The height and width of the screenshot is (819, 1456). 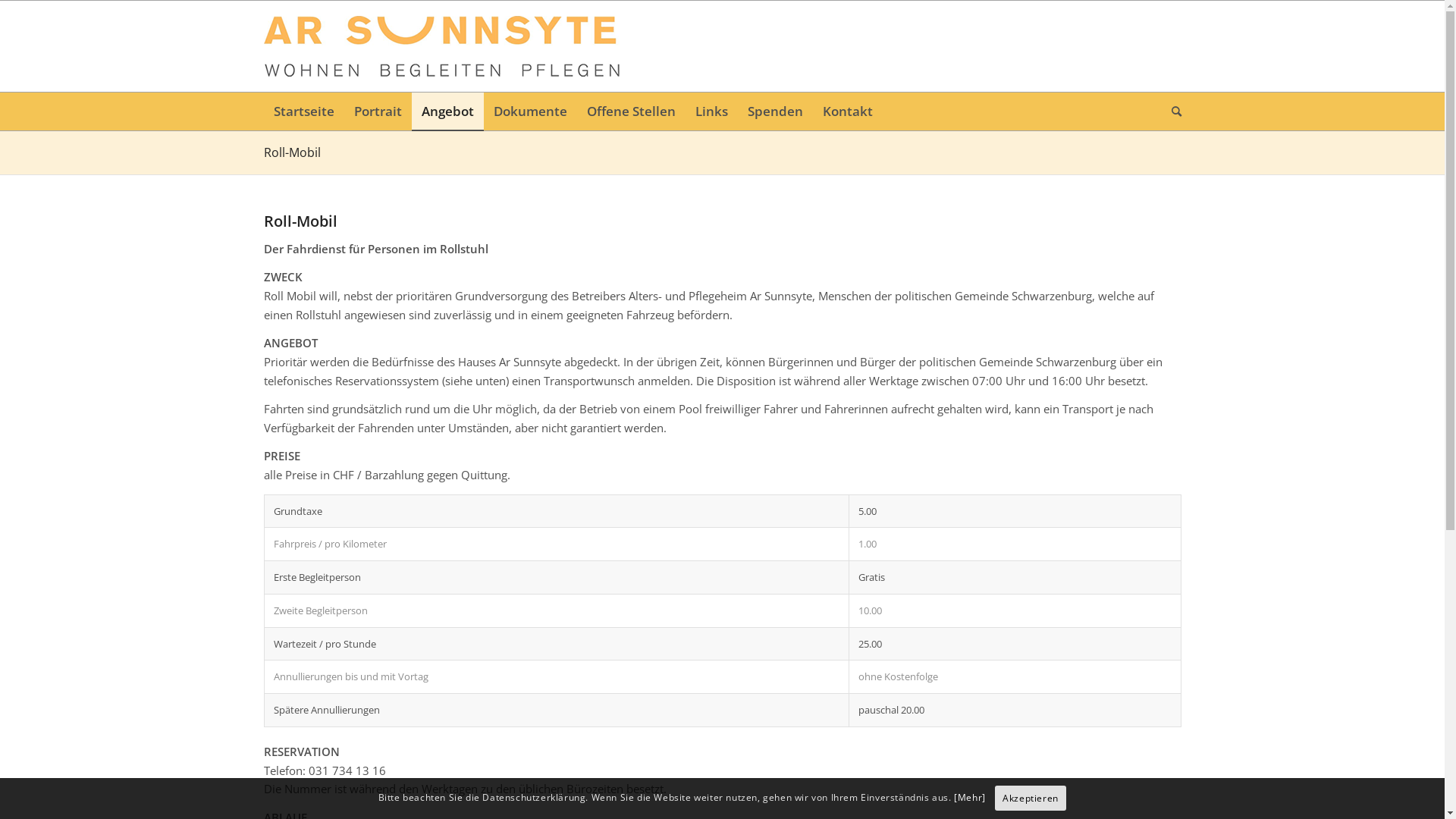 What do you see at coordinates (292, 152) in the screenshot?
I see `'Roll-Mobil'` at bounding box center [292, 152].